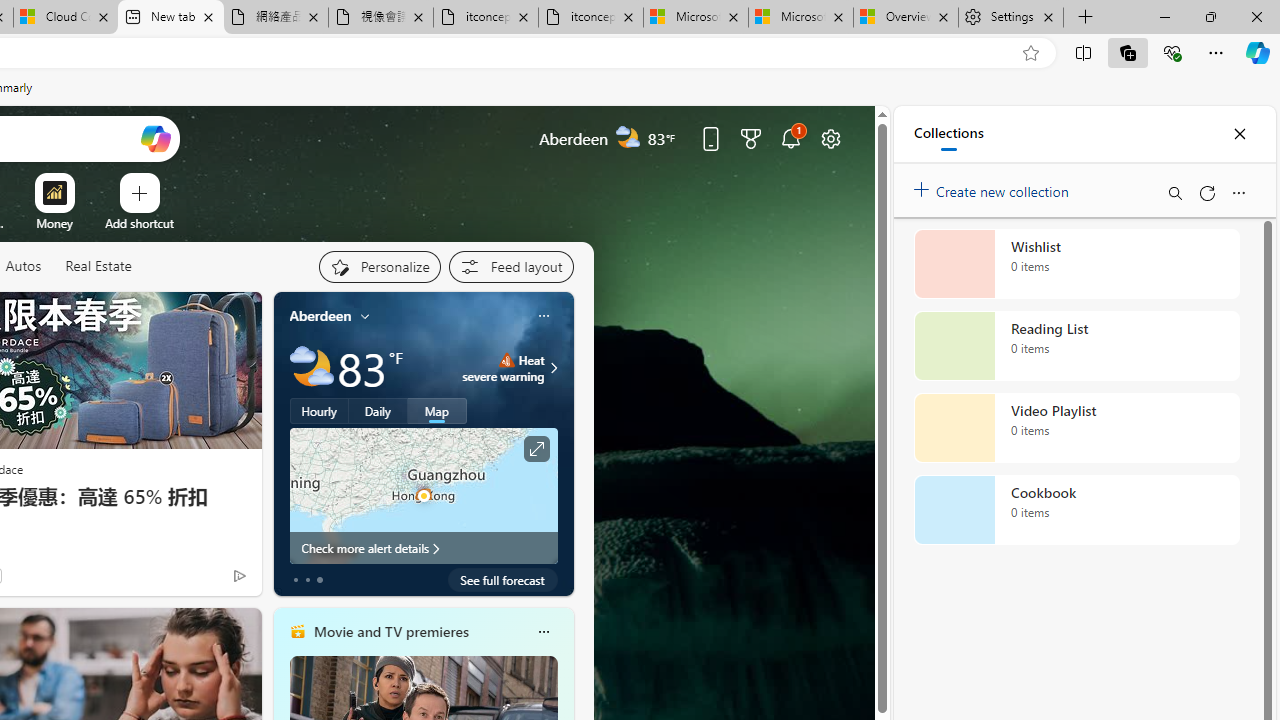 This screenshot has height=720, width=1280. What do you see at coordinates (1076, 509) in the screenshot?
I see `'Cookbook collection, 0 items'` at bounding box center [1076, 509].